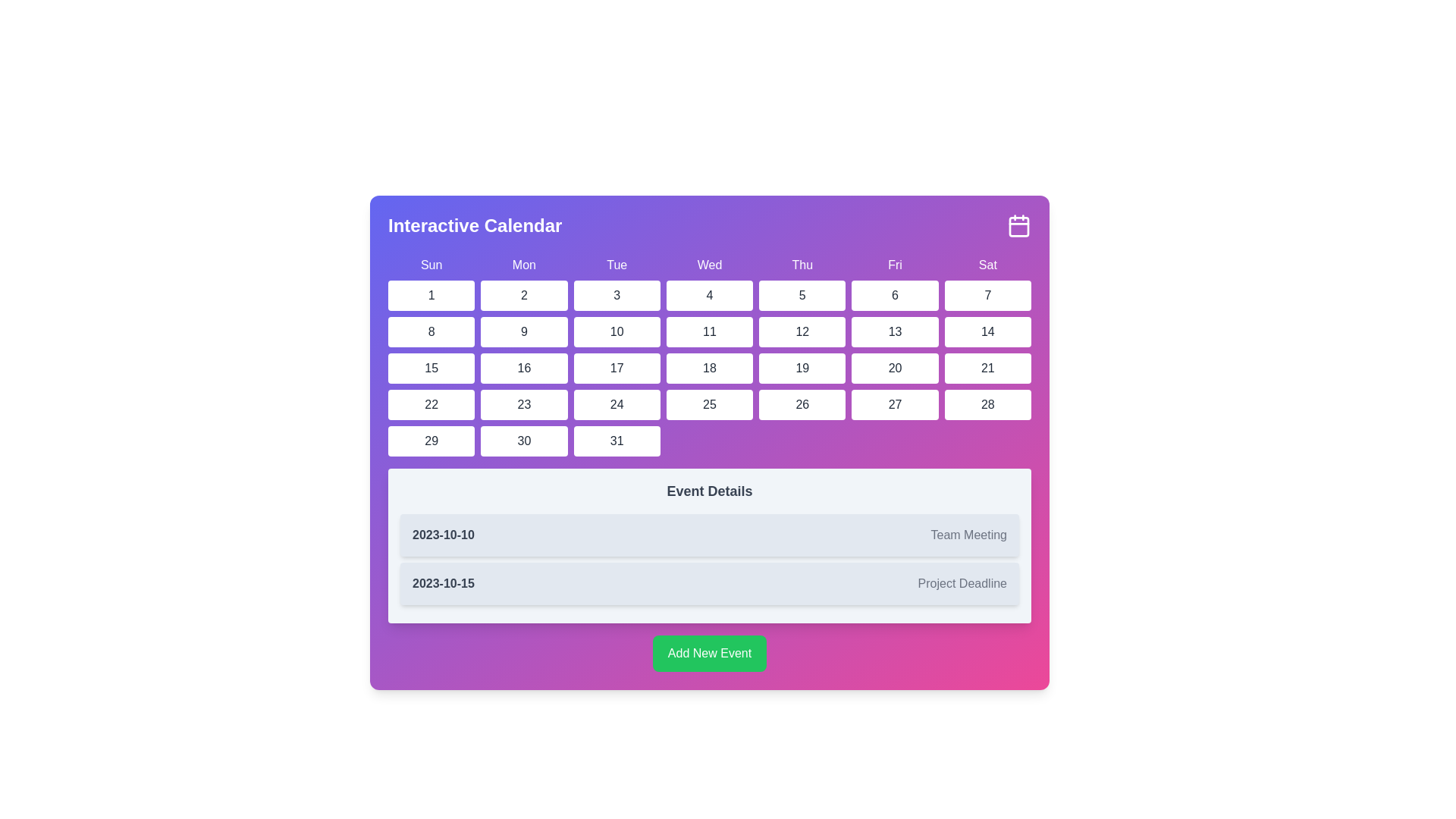  What do you see at coordinates (895, 295) in the screenshot?
I see `the calendar day button representing '6' to trigger hover styles` at bounding box center [895, 295].